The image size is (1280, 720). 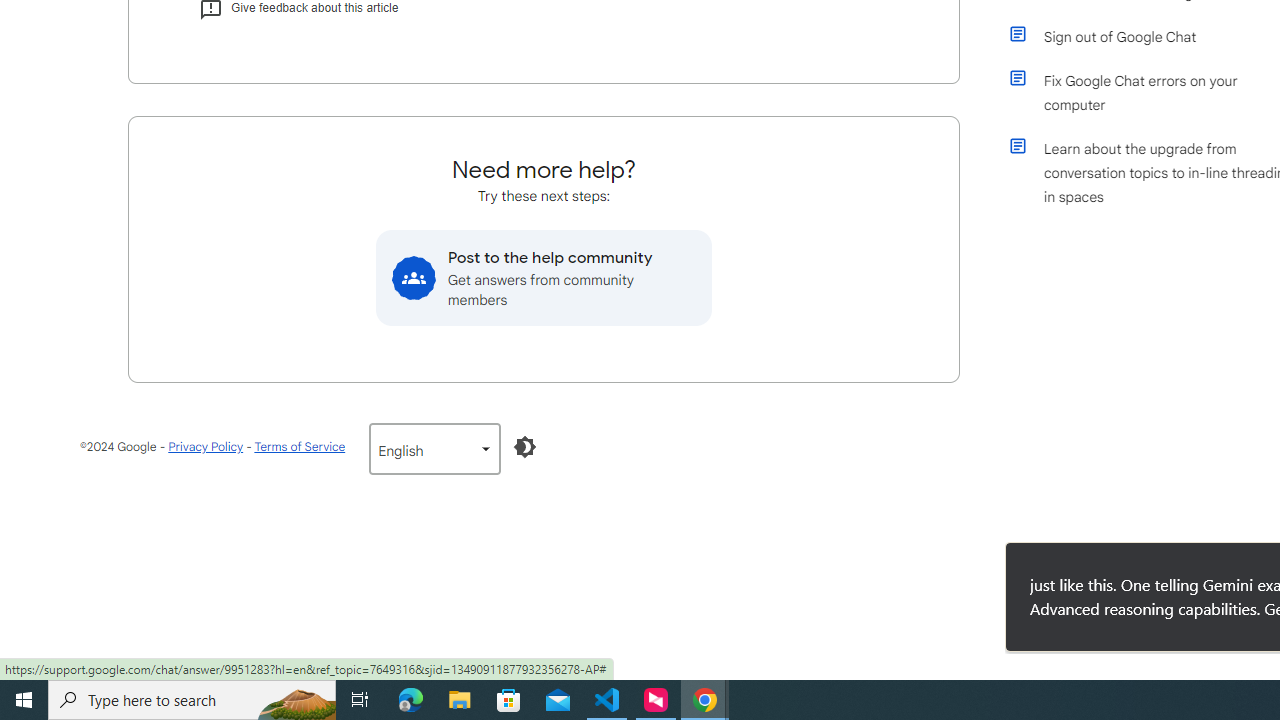 I want to click on 'Enable Dark Mode', so click(x=525, y=446).